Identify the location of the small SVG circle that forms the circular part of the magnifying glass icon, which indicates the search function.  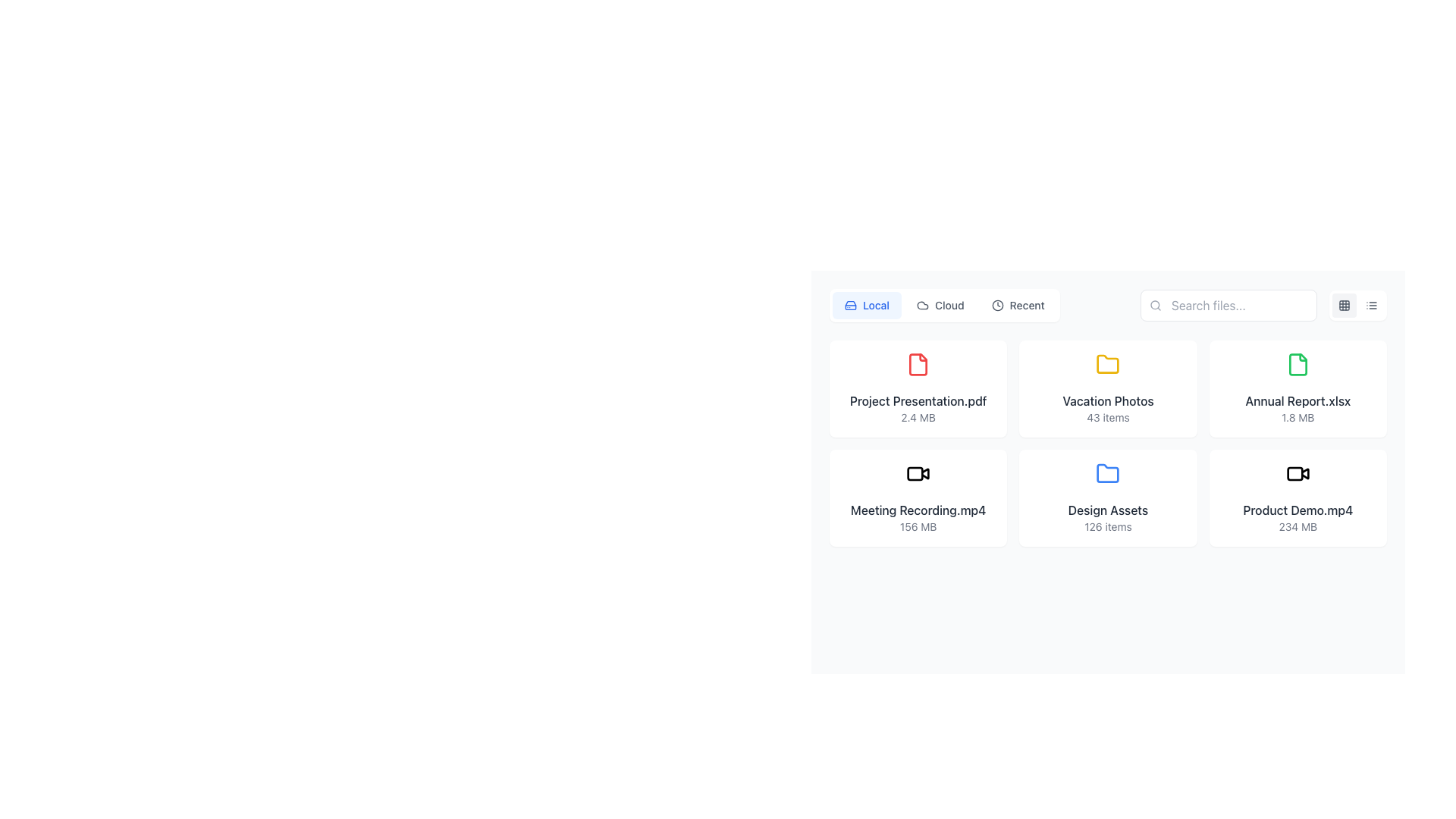
(1154, 305).